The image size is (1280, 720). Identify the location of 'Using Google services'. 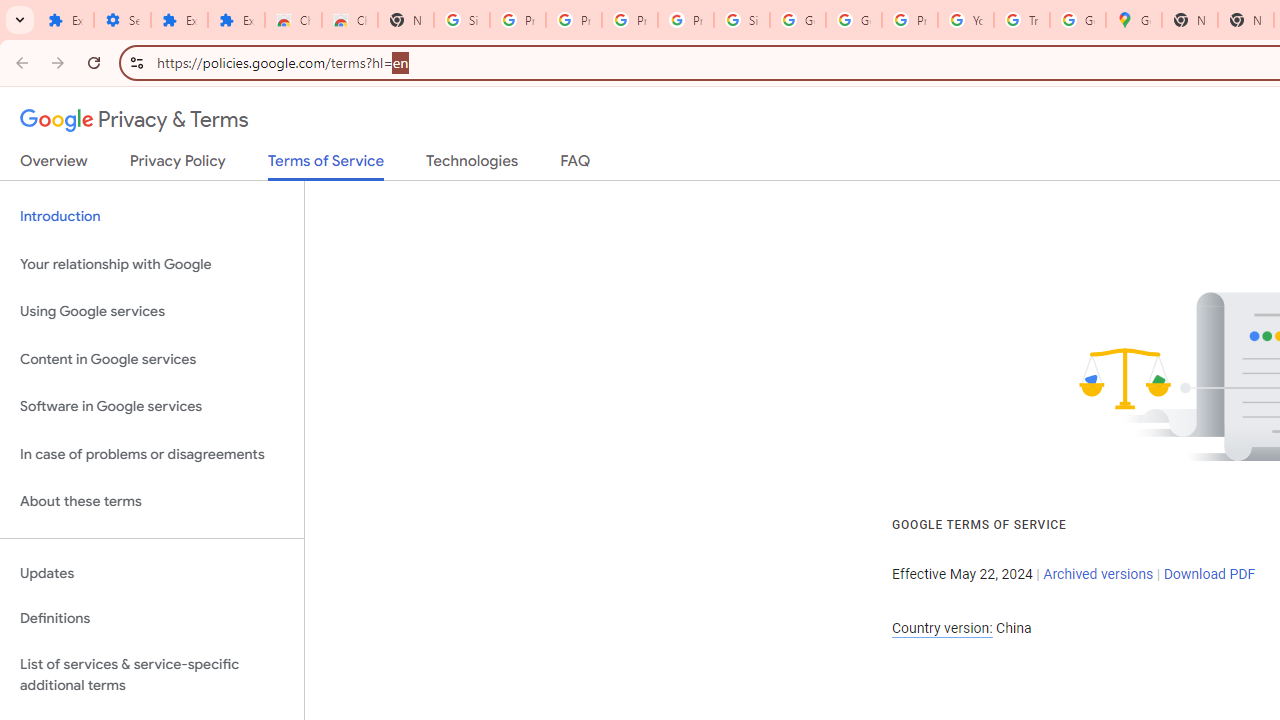
(151, 312).